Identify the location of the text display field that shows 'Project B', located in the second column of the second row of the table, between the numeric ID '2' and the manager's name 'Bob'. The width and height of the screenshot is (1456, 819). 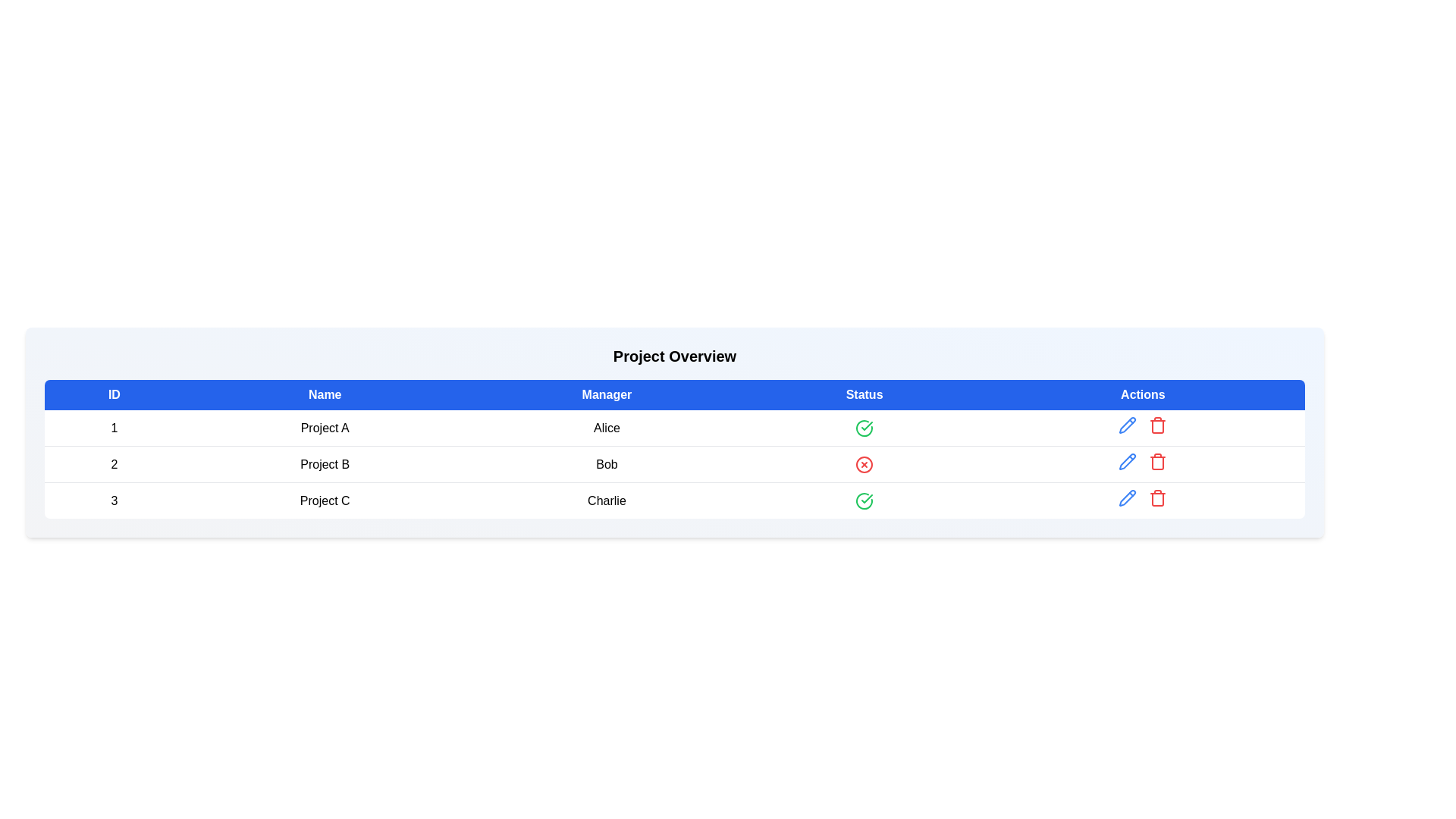
(324, 463).